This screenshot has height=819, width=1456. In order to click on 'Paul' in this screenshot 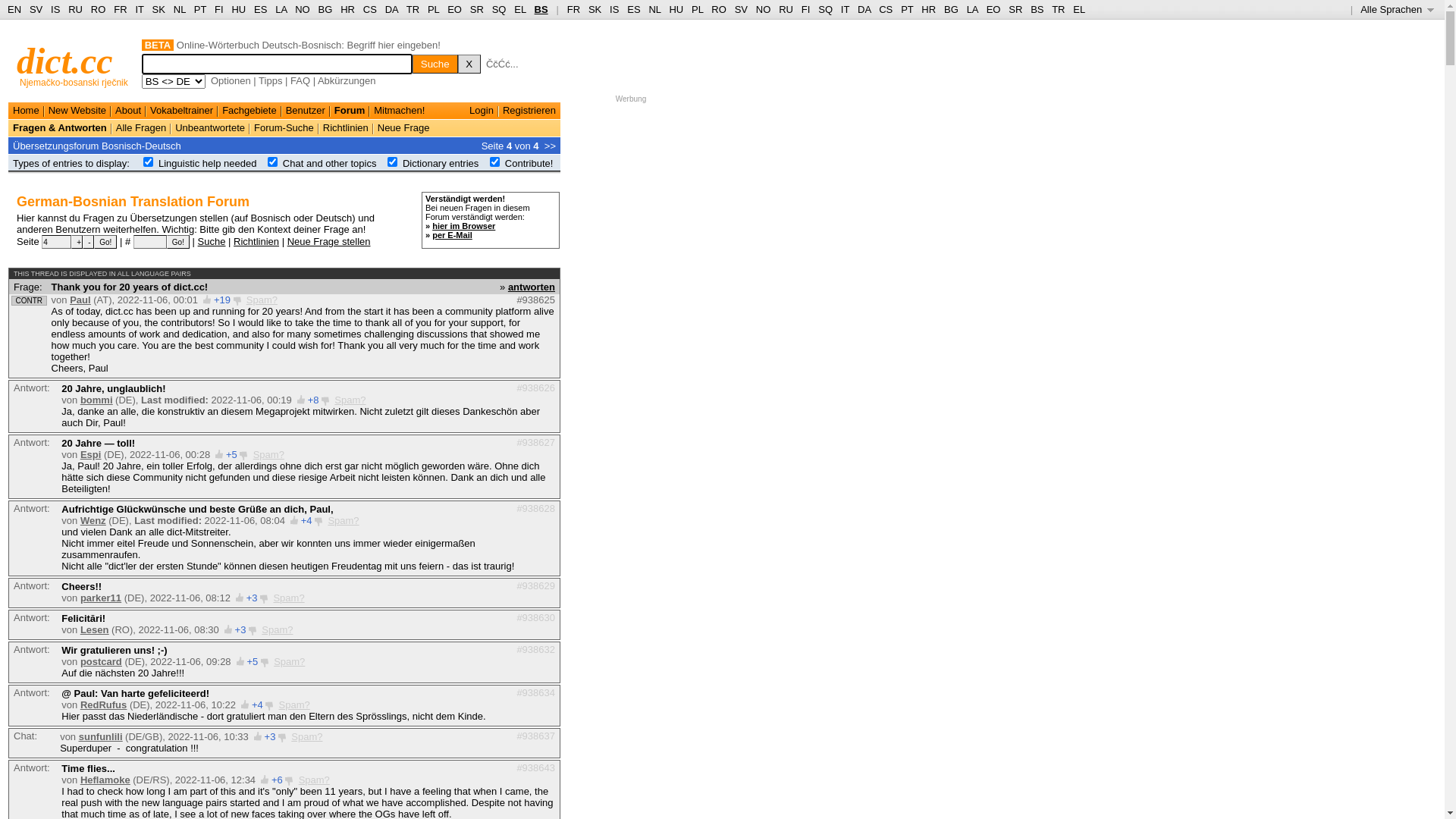, I will do `click(79, 300)`.